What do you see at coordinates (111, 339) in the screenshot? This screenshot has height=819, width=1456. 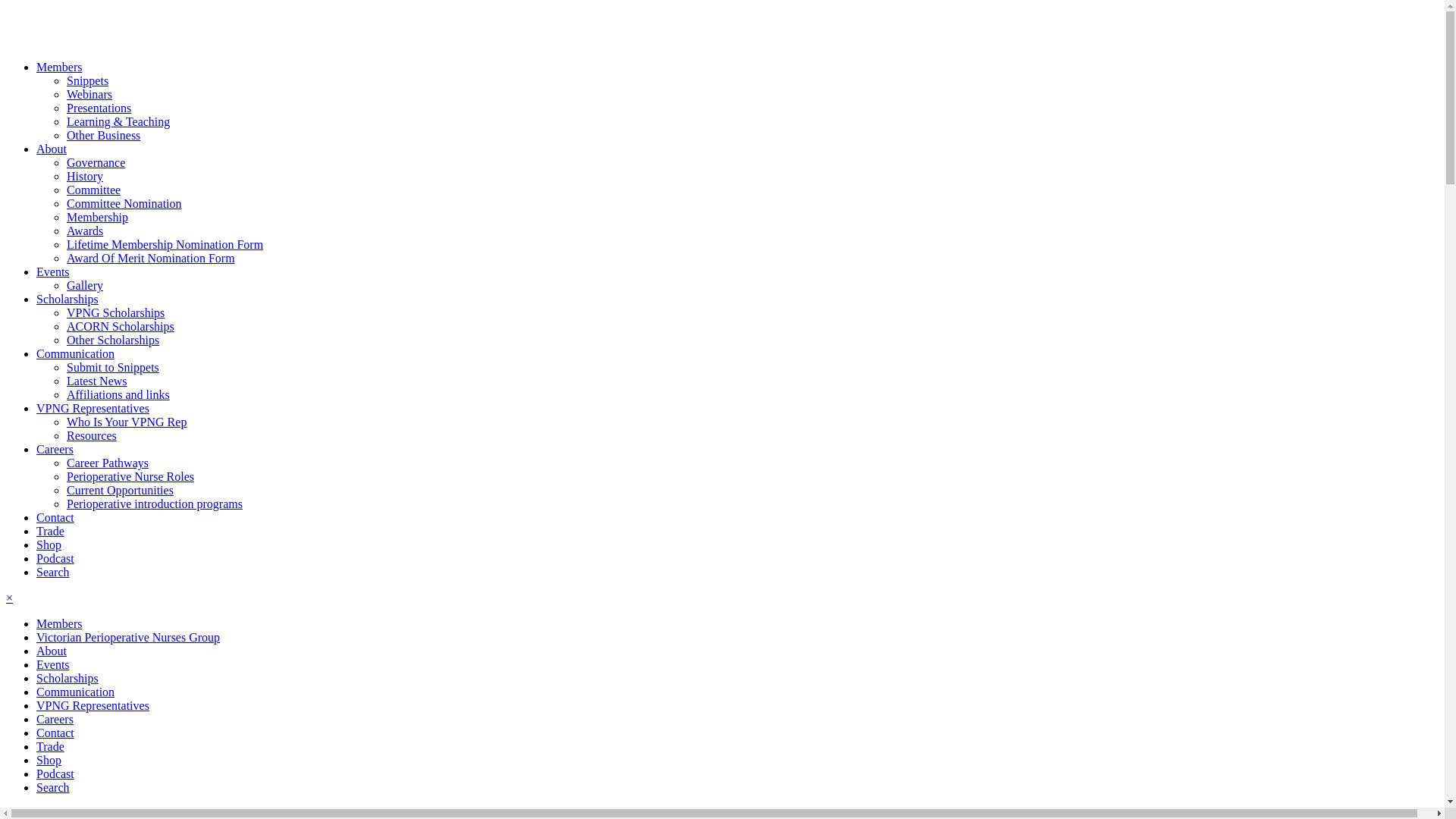 I see `'Other Scholarships'` at bounding box center [111, 339].